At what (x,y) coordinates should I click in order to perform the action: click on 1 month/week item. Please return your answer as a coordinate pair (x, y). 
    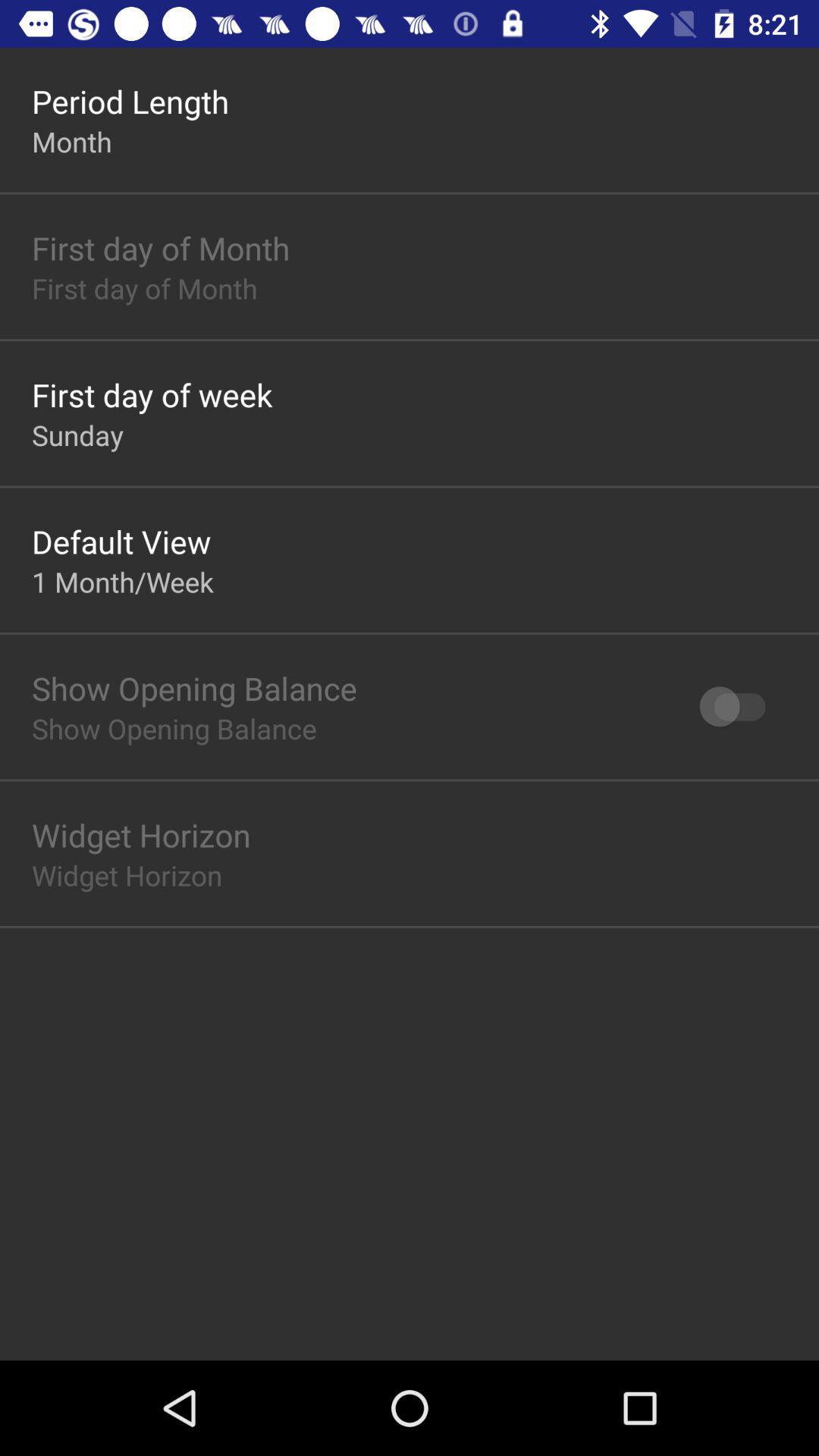
    Looking at the image, I should click on (122, 581).